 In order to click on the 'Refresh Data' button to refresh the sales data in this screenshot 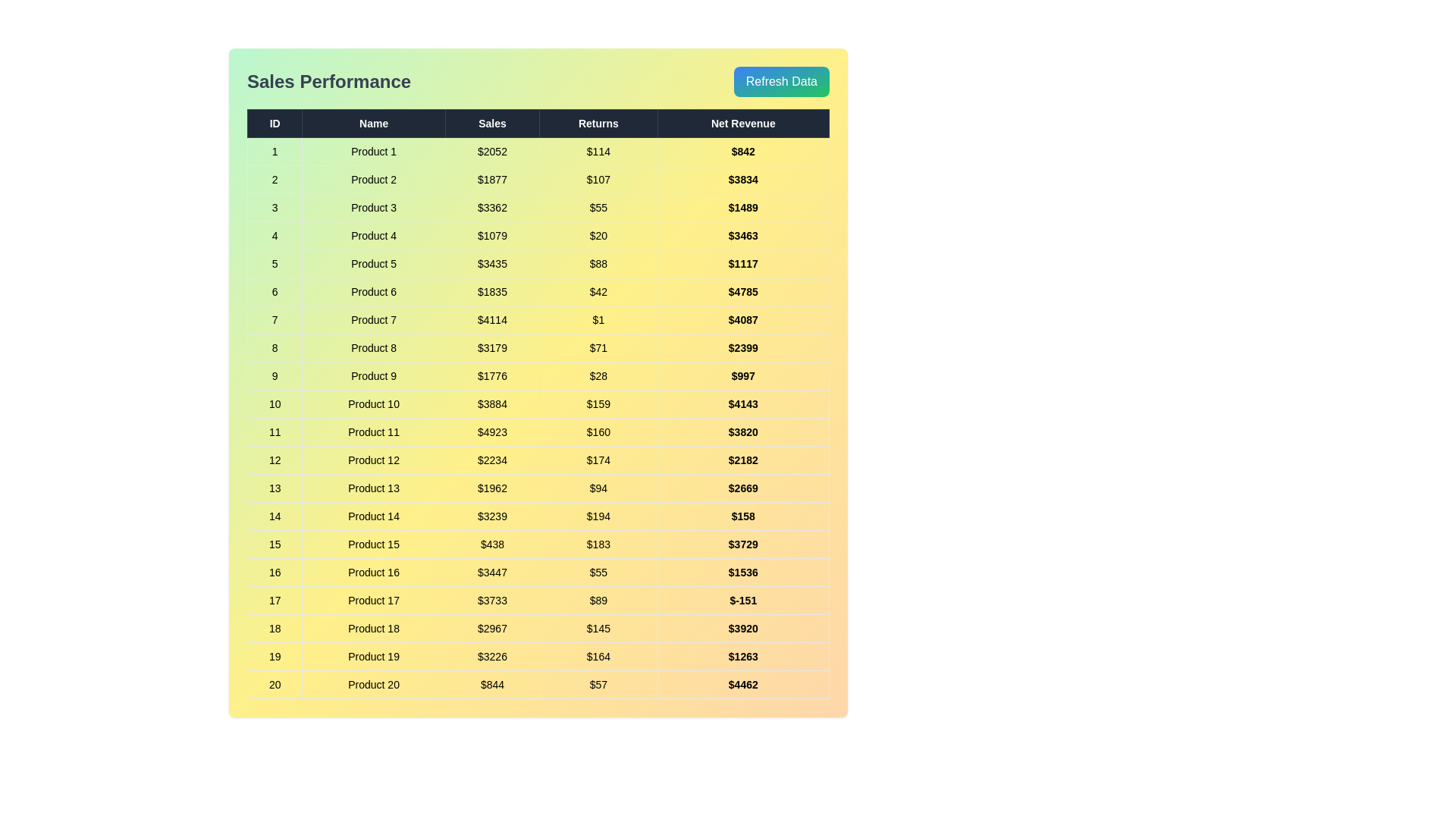, I will do `click(781, 82)`.